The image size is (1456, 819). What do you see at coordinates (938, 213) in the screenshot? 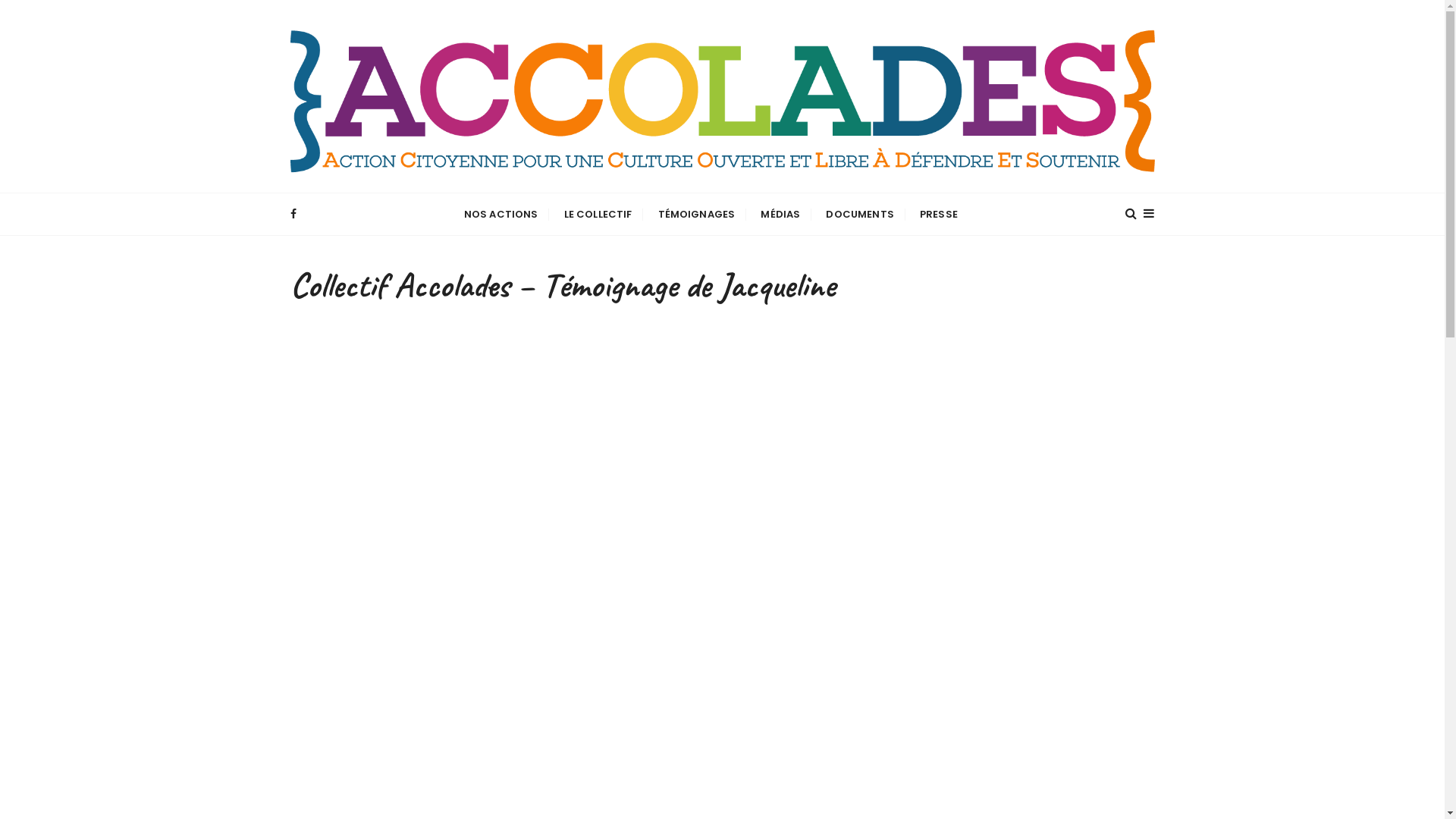
I see `'PRESSE'` at bounding box center [938, 213].